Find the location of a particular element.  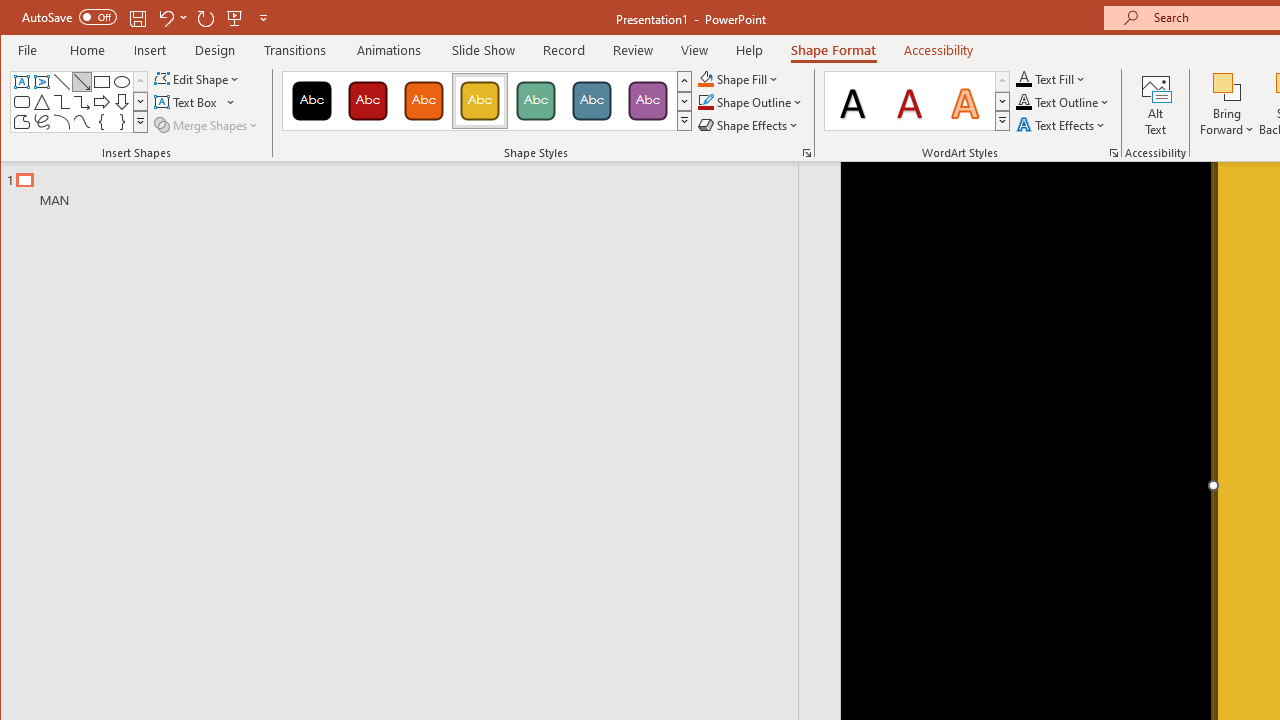

'Colored Fill - Dark Red, Accent 1' is located at coordinates (368, 100).